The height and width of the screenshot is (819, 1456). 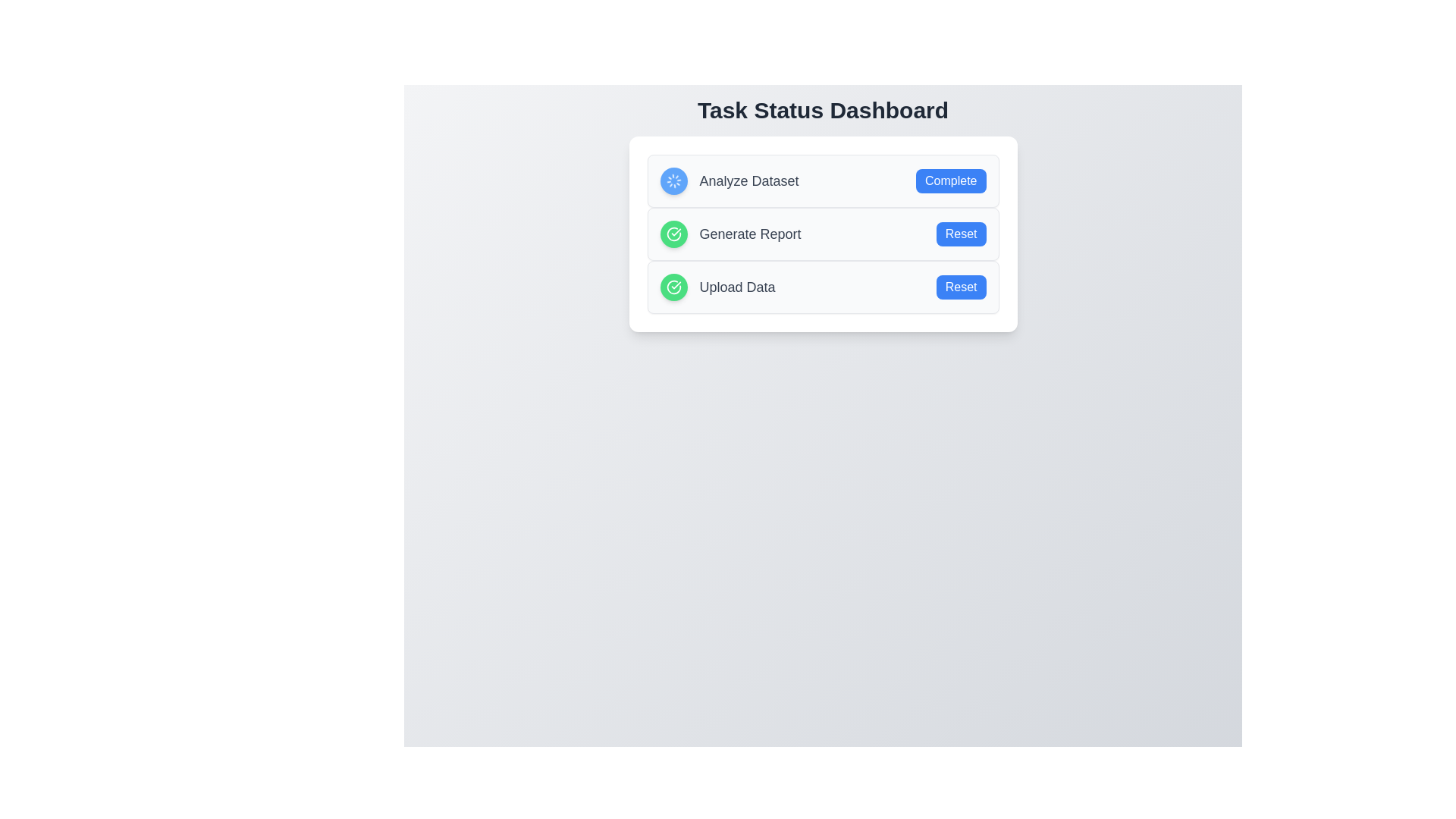 What do you see at coordinates (737, 287) in the screenshot?
I see `the 'Upload Data' text label which is styled with a medium font weight, gray color, and located in the third row of a vertically stacked list, adjacent to a green circular checkmark icon and a blue 'Reset' button` at bounding box center [737, 287].